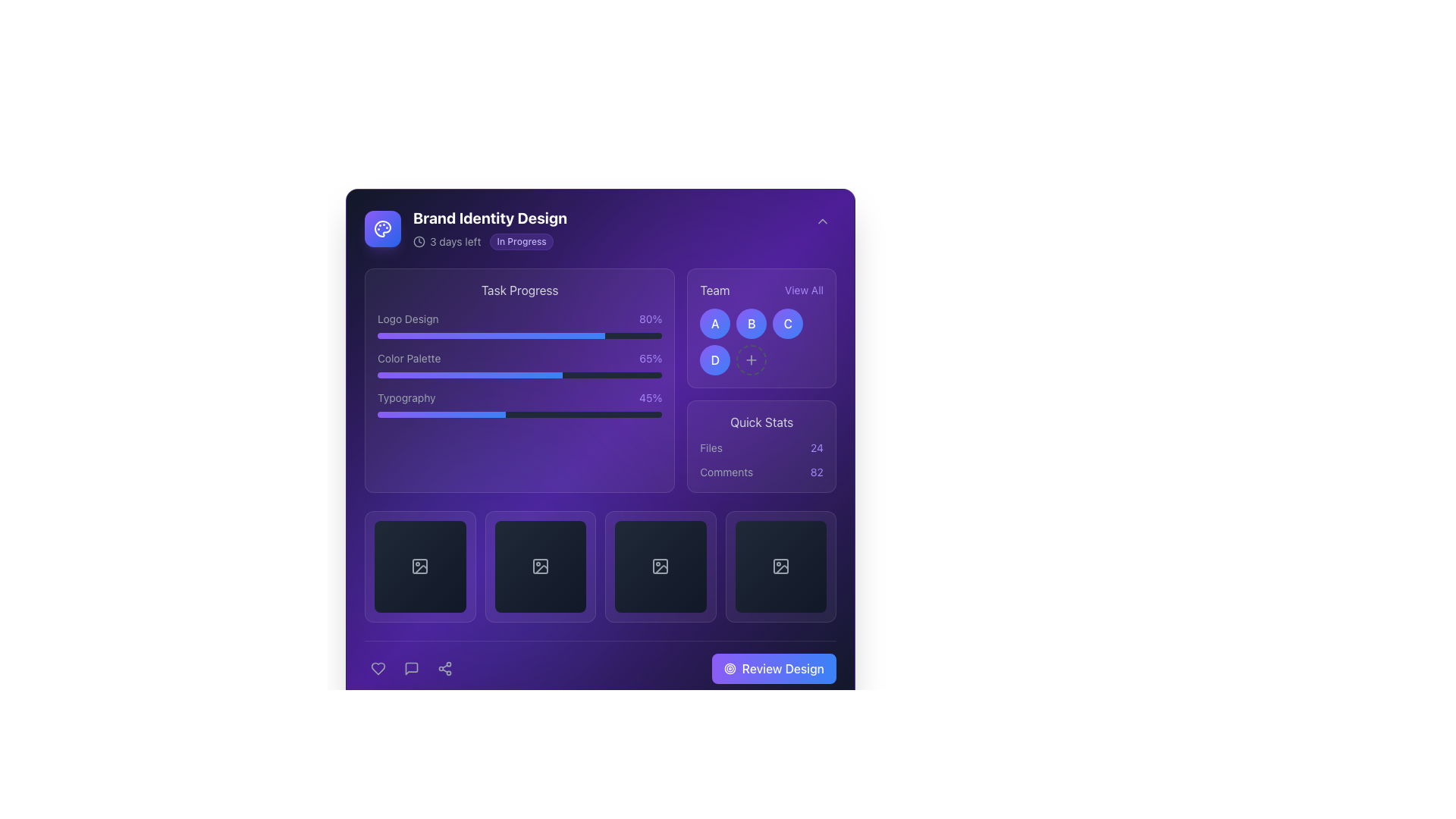 Image resolution: width=1456 pixels, height=819 pixels. What do you see at coordinates (816, 447) in the screenshot?
I see `the text label indicating a count or statistic related to files in the 'Quick Stats' section, located to the right of the text 'Files'` at bounding box center [816, 447].